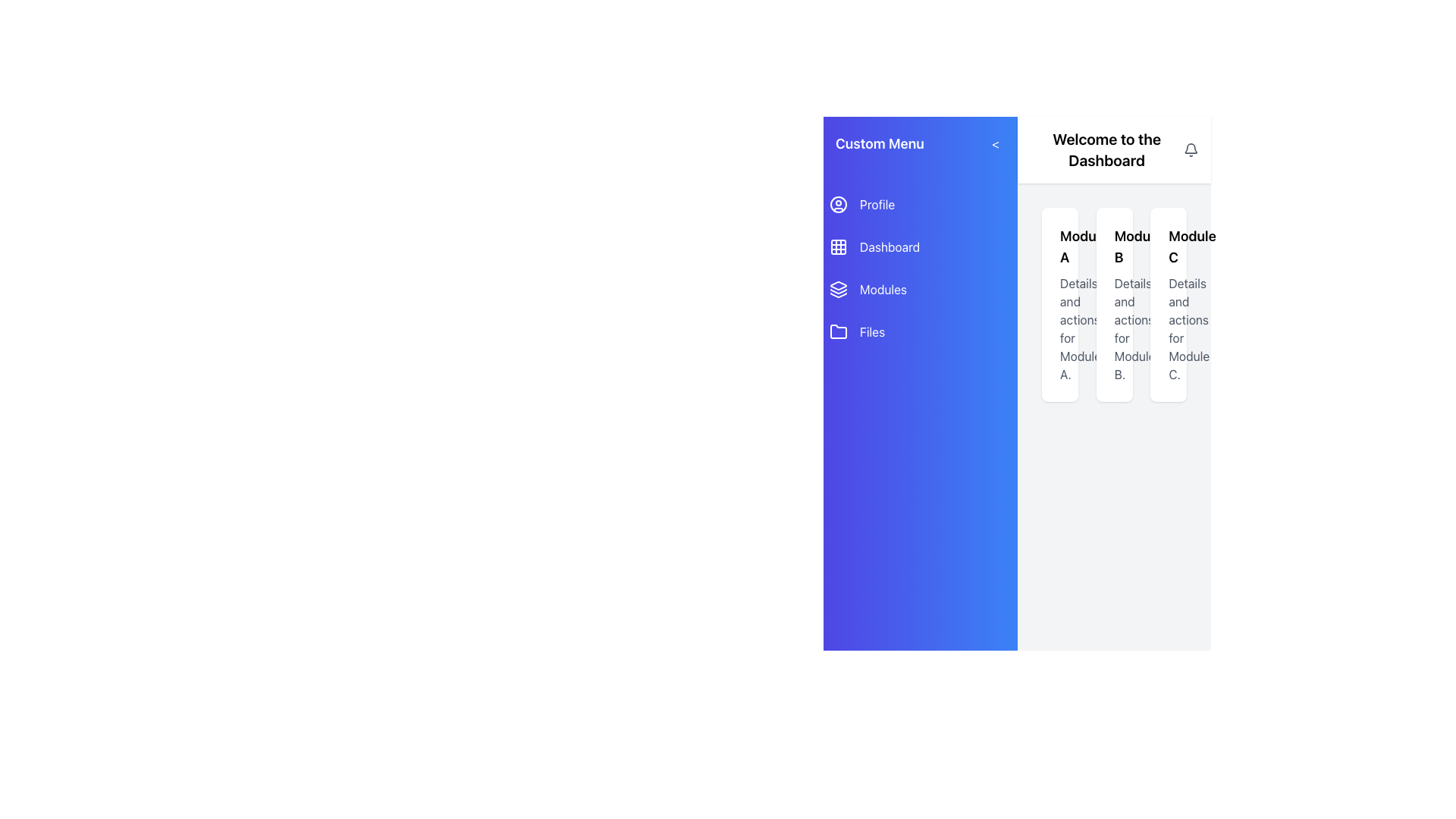 The image size is (1456, 819). What do you see at coordinates (837, 246) in the screenshot?
I see `the center square of the grid icon in the sidebar menu, which is visually associated with the 'Dashboard' label` at bounding box center [837, 246].